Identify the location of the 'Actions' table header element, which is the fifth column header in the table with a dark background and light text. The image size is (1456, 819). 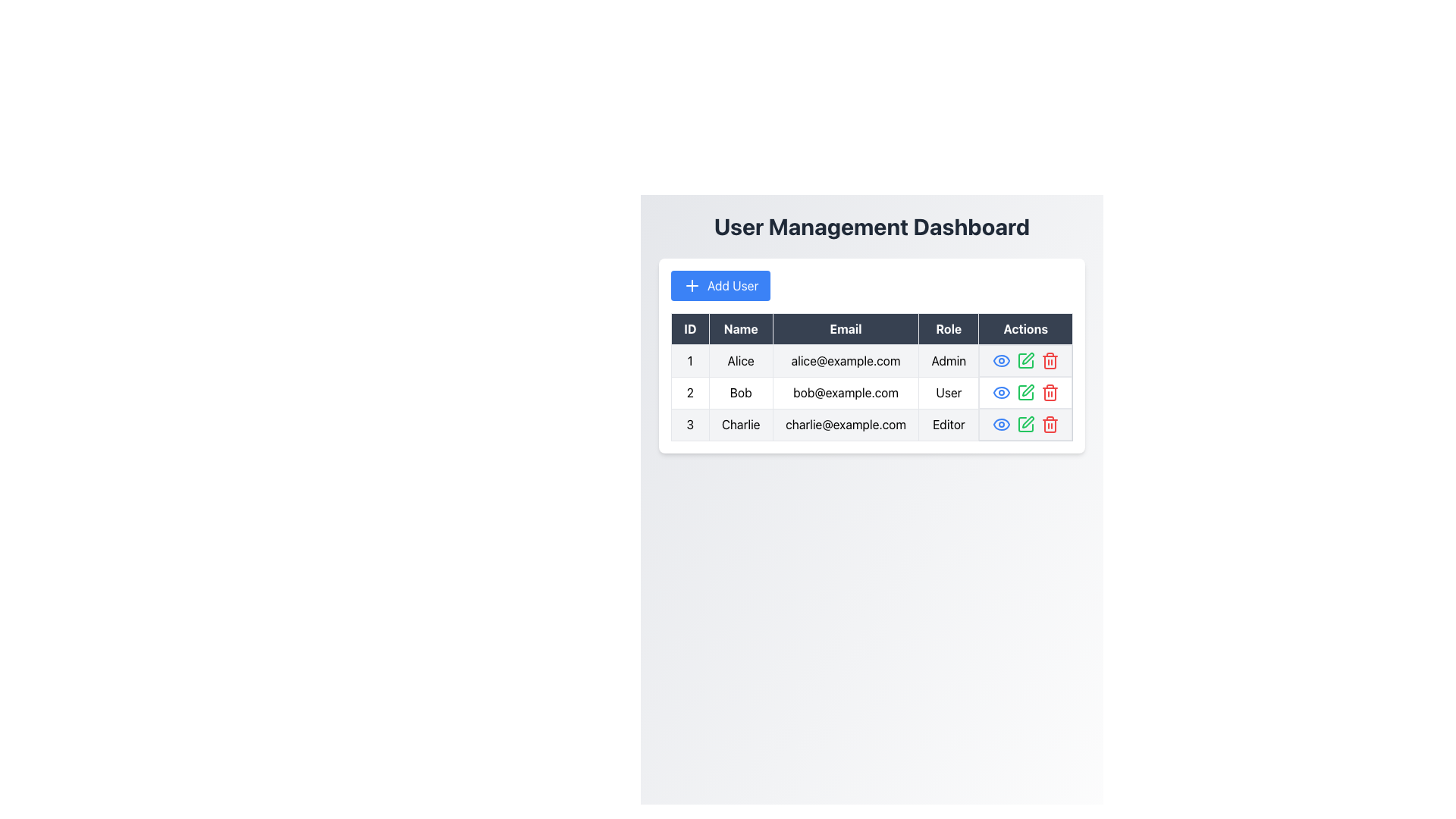
(1025, 328).